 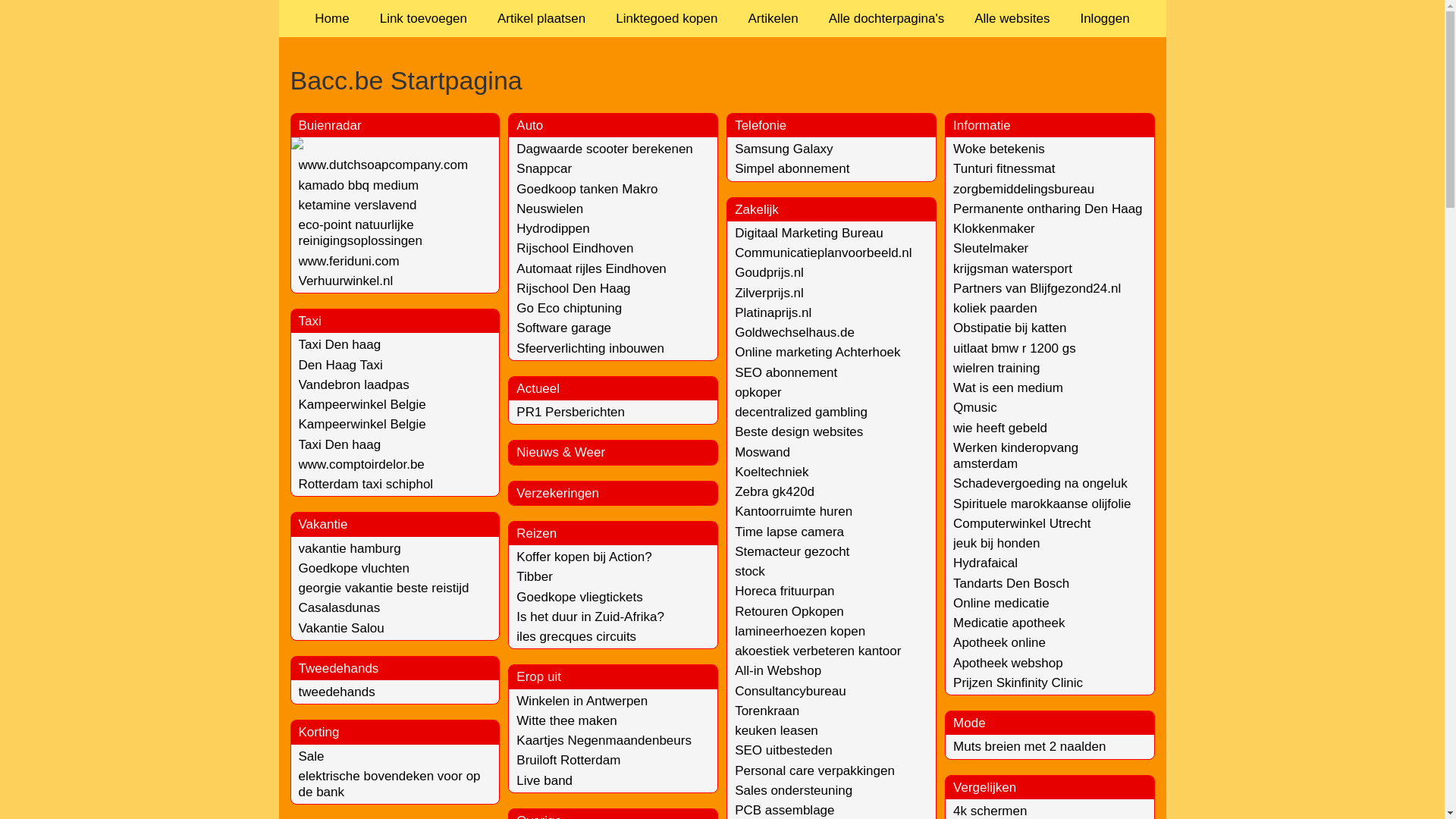 I want to click on 'Online medicatie', so click(x=952, y=602).